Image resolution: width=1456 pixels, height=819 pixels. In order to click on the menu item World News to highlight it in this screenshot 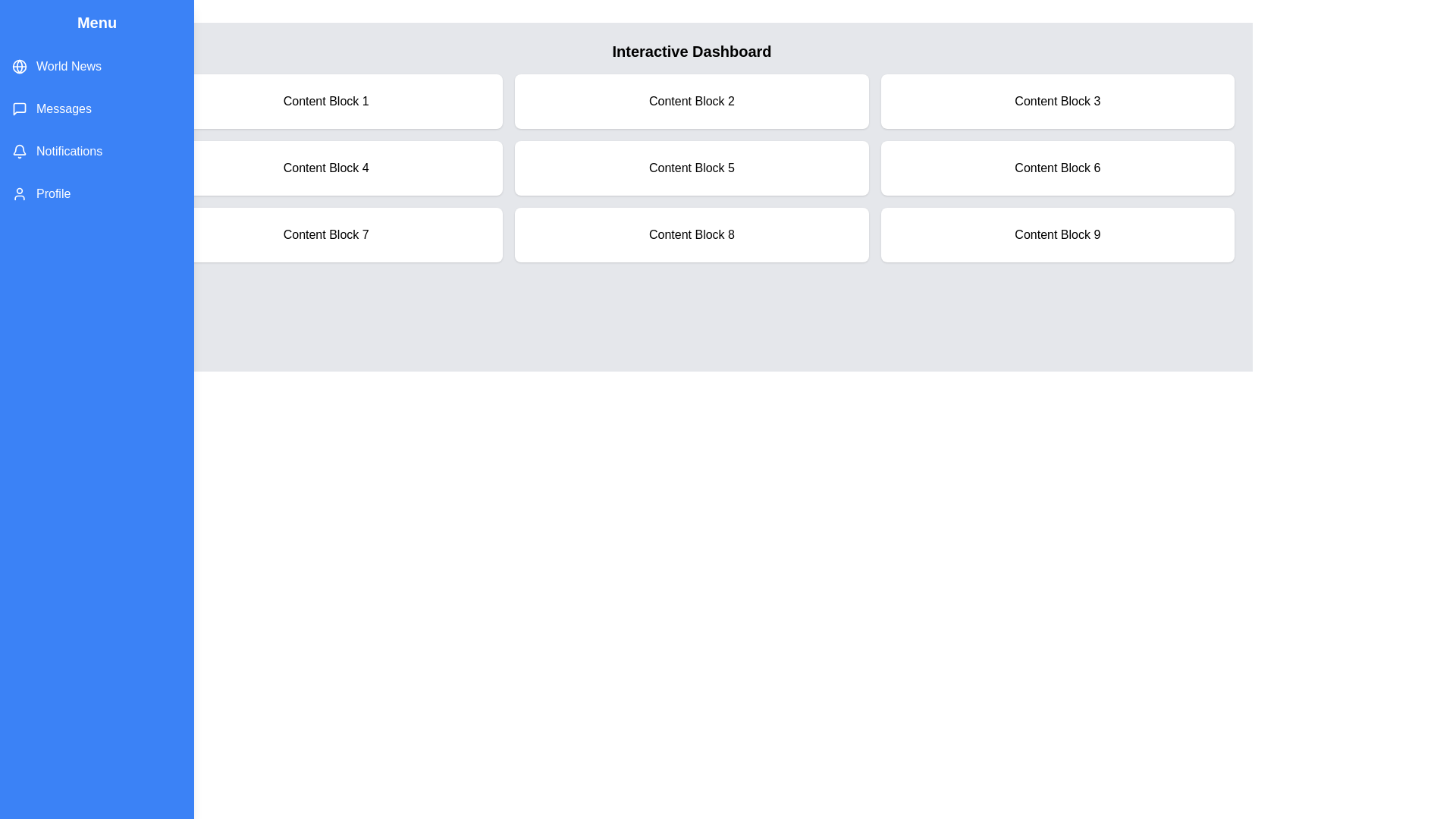, I will do `click(96, 66)`.